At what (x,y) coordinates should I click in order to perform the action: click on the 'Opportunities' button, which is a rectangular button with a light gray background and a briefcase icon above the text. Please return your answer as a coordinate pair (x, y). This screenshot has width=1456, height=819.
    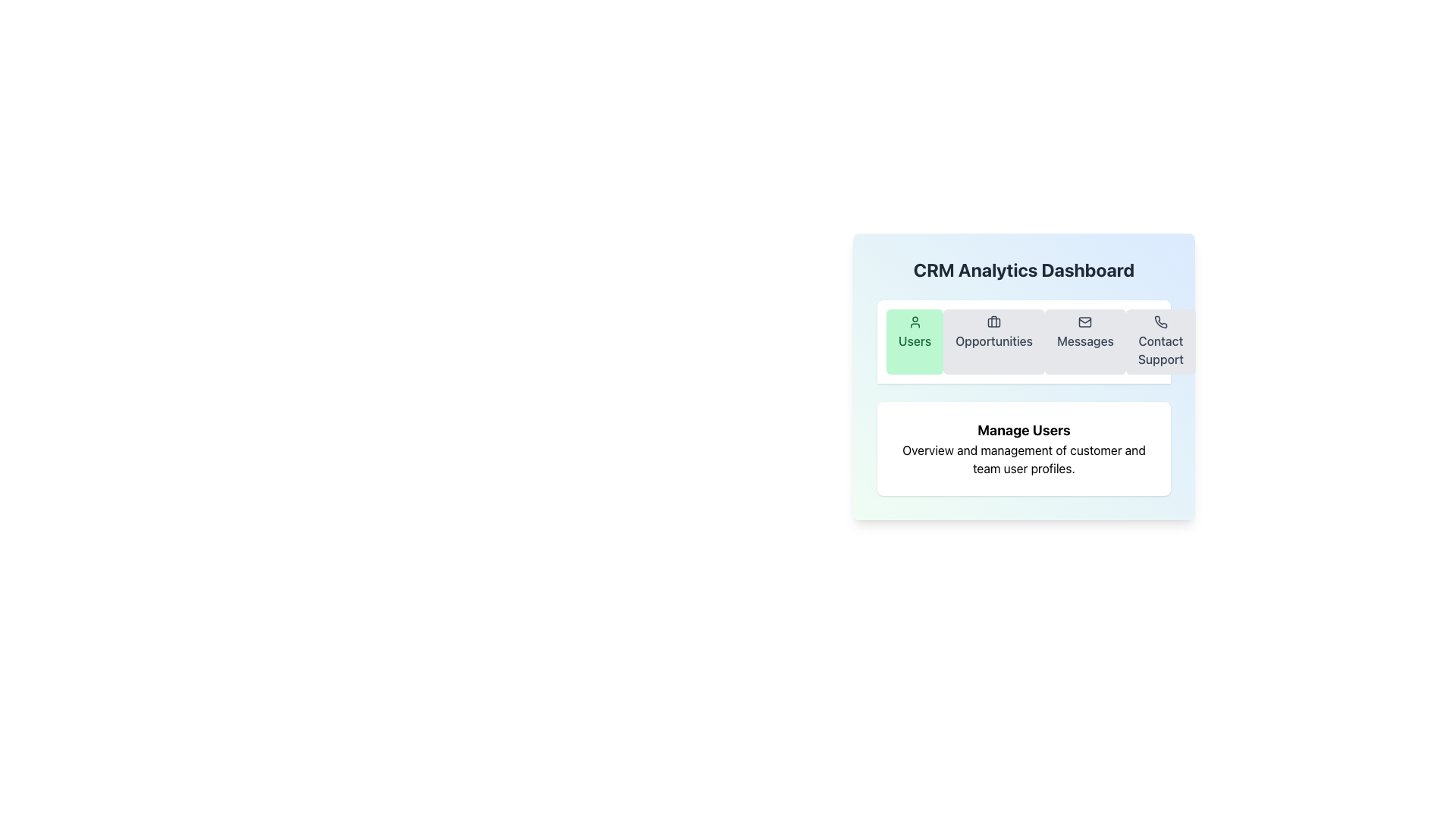
    Looking at the image, I should click on (993, 342).